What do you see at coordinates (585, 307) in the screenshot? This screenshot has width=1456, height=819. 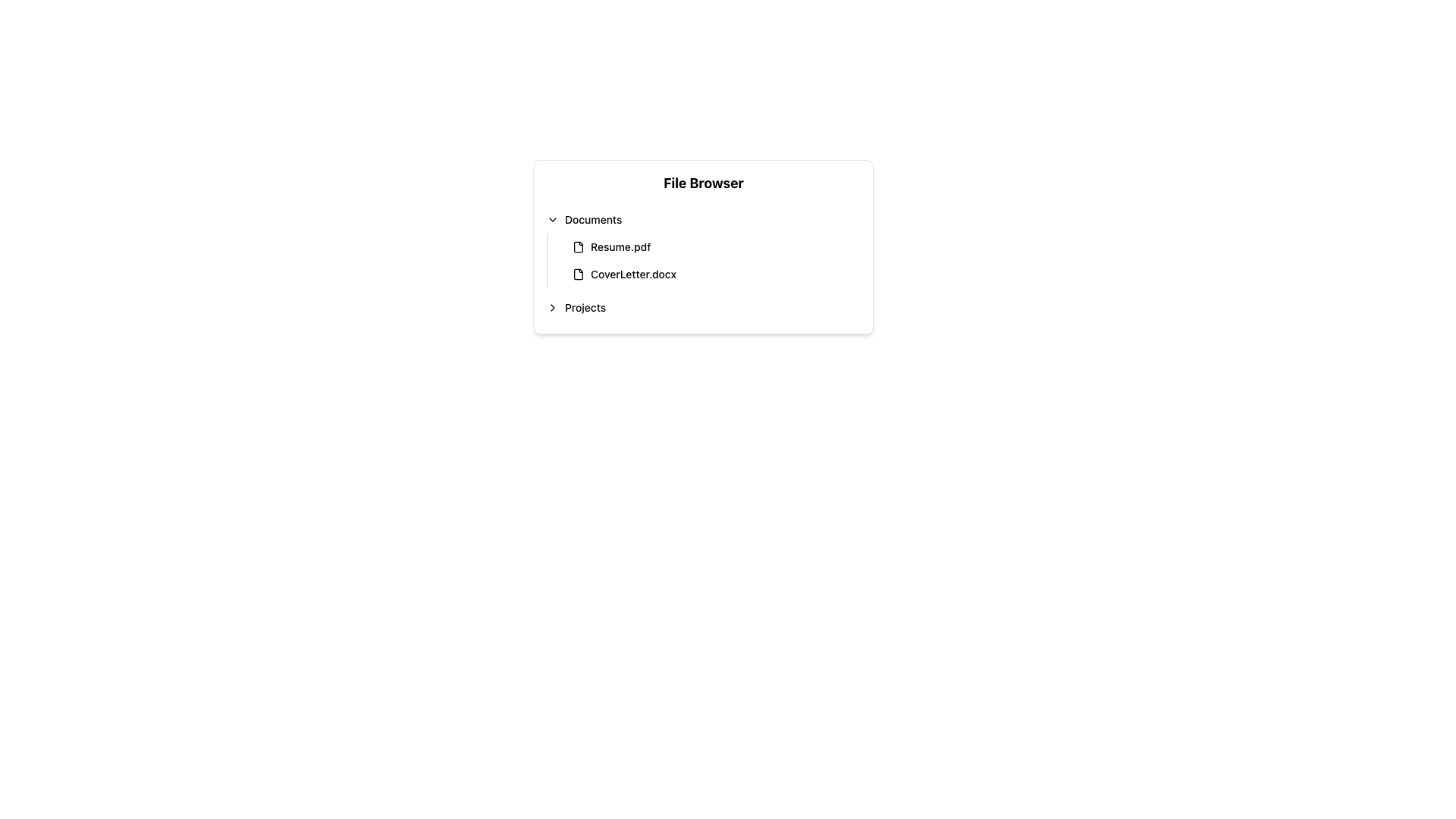 I see `the 'Projects' text label in the file browser, which indicates a category or directory and is positioned below the 'Documents' section, to the right of a chevron icon` at bounding box center [585, 307].